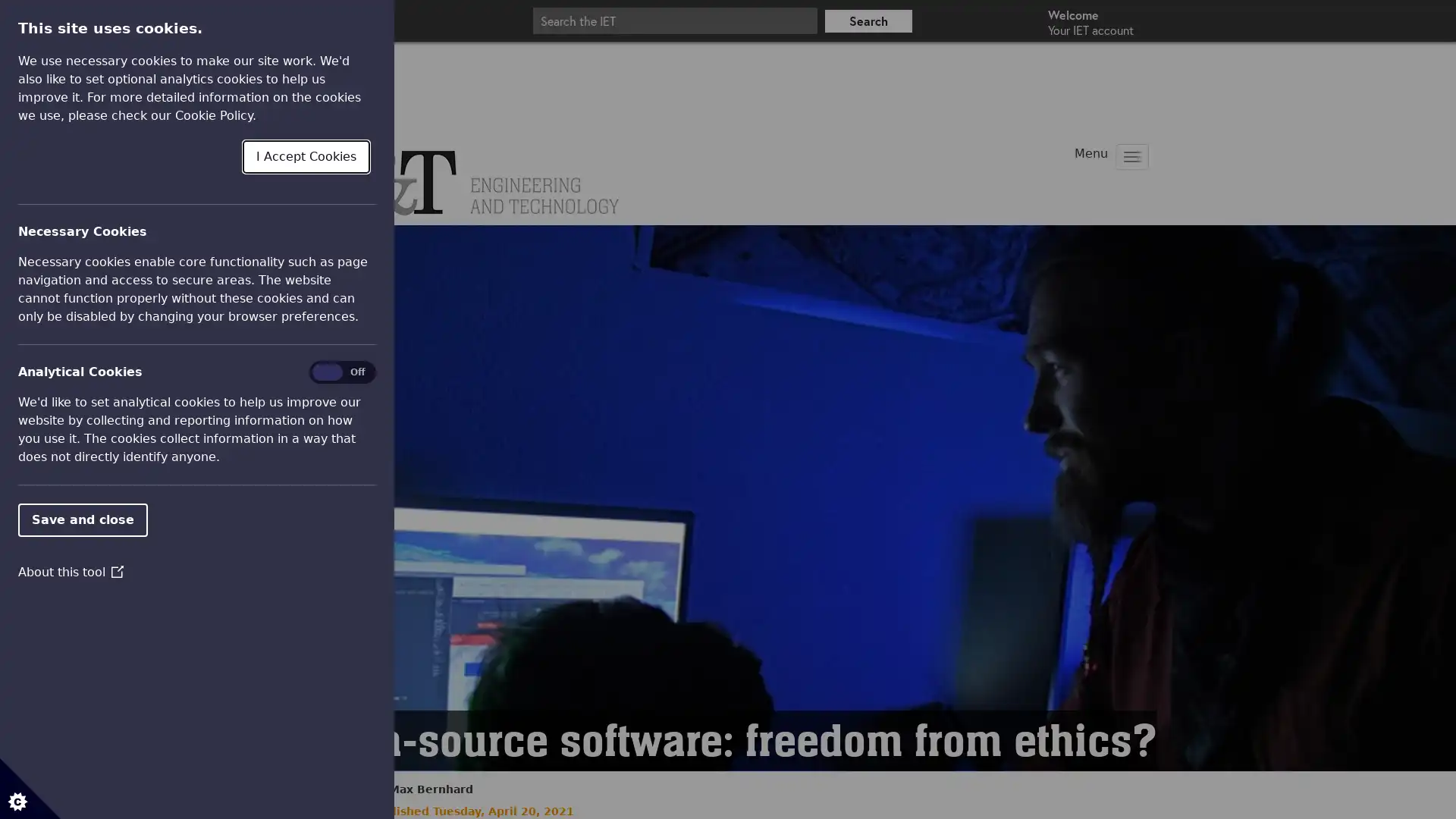  Describe the element at coordinates (868, 20) in the screenshot. I see `Search` at that location.